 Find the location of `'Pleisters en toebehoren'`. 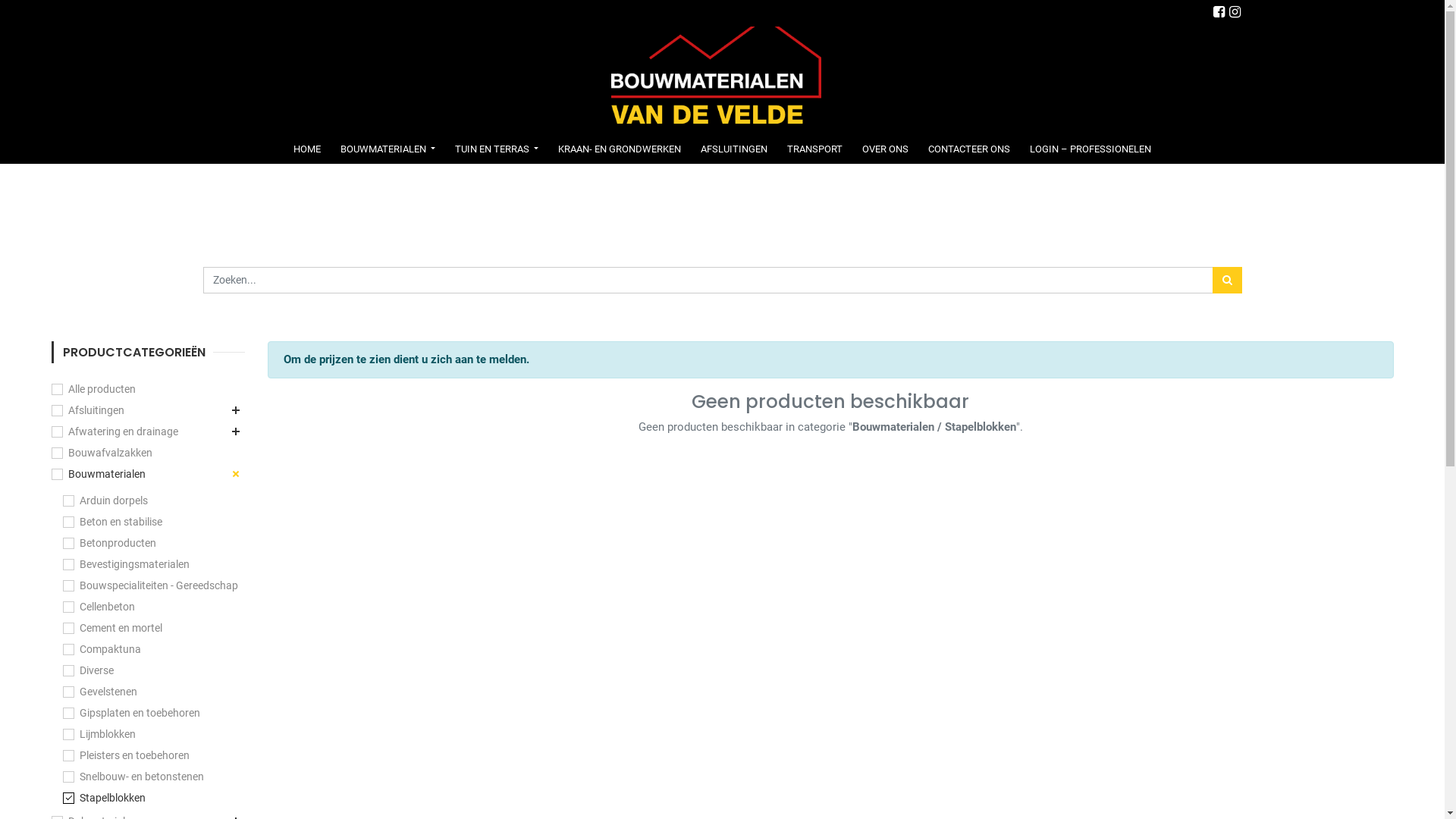

'Pleisters en toebehoren' is located at coordinates (61, 755).